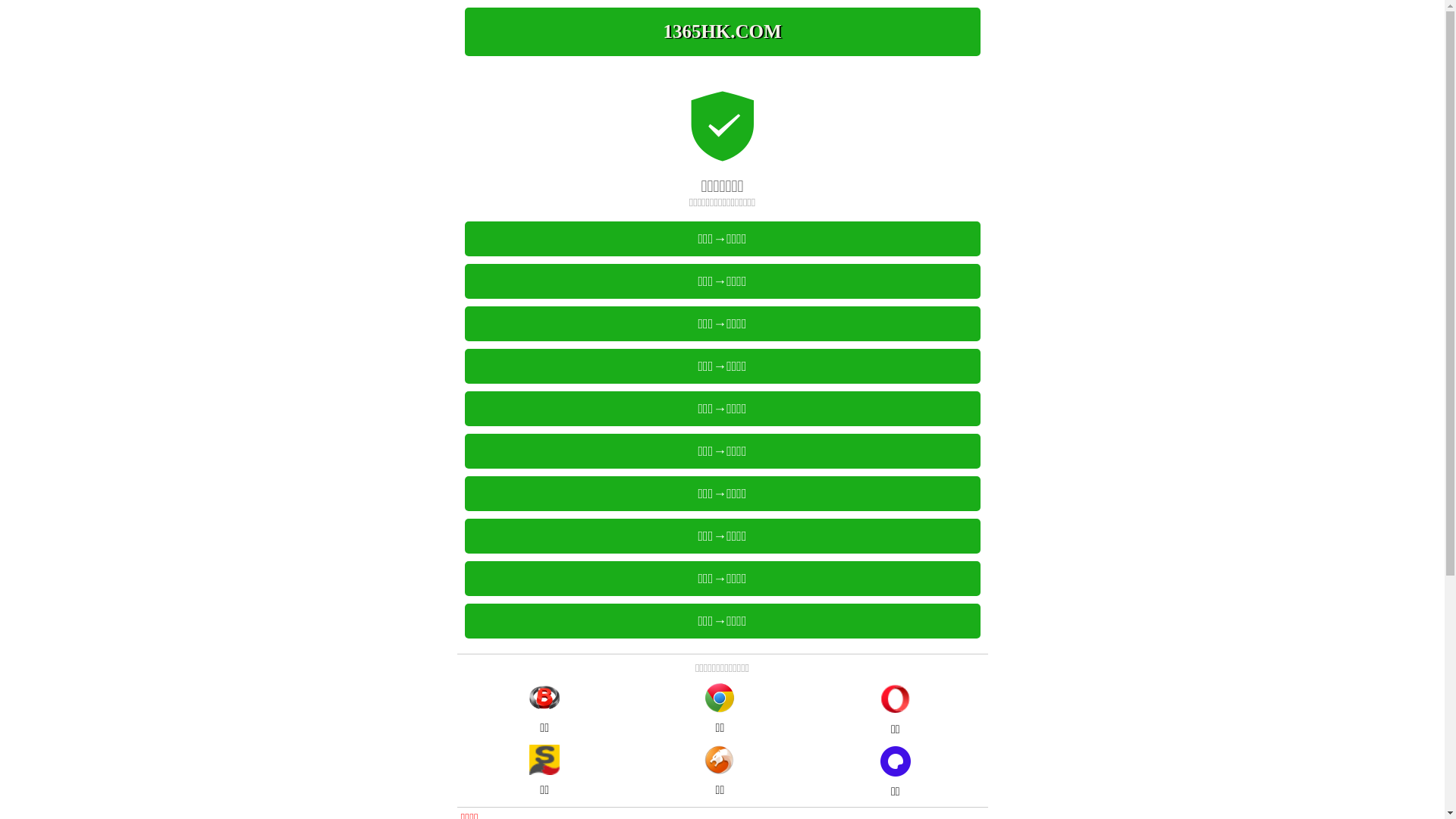 The width and height of the screenshot is (1456, 819). I want to click on '1364HK.COM', so click(720, 32).